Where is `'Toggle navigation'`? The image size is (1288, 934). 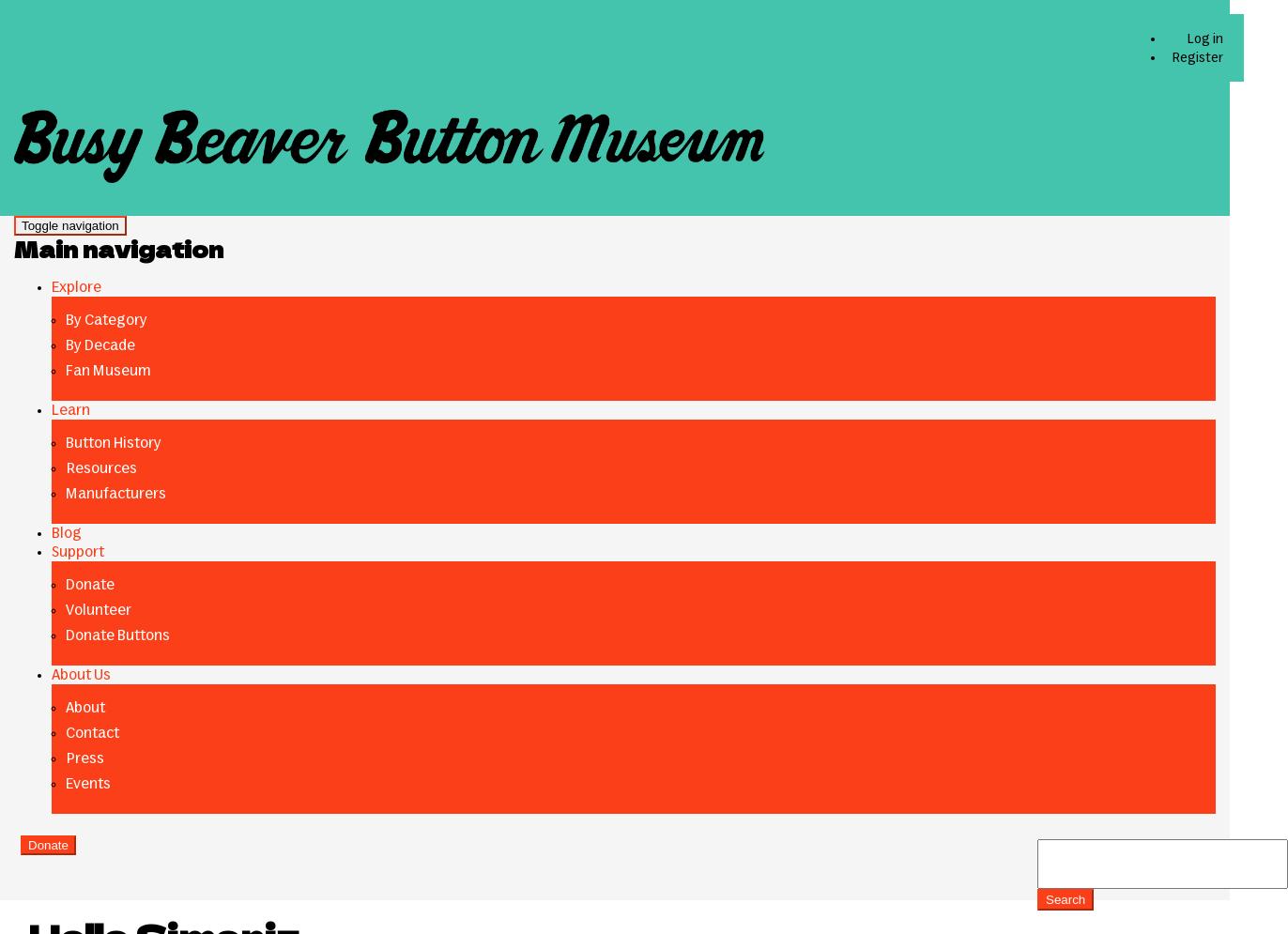
'Toggle navigation' is located at coordinates (69, 224).